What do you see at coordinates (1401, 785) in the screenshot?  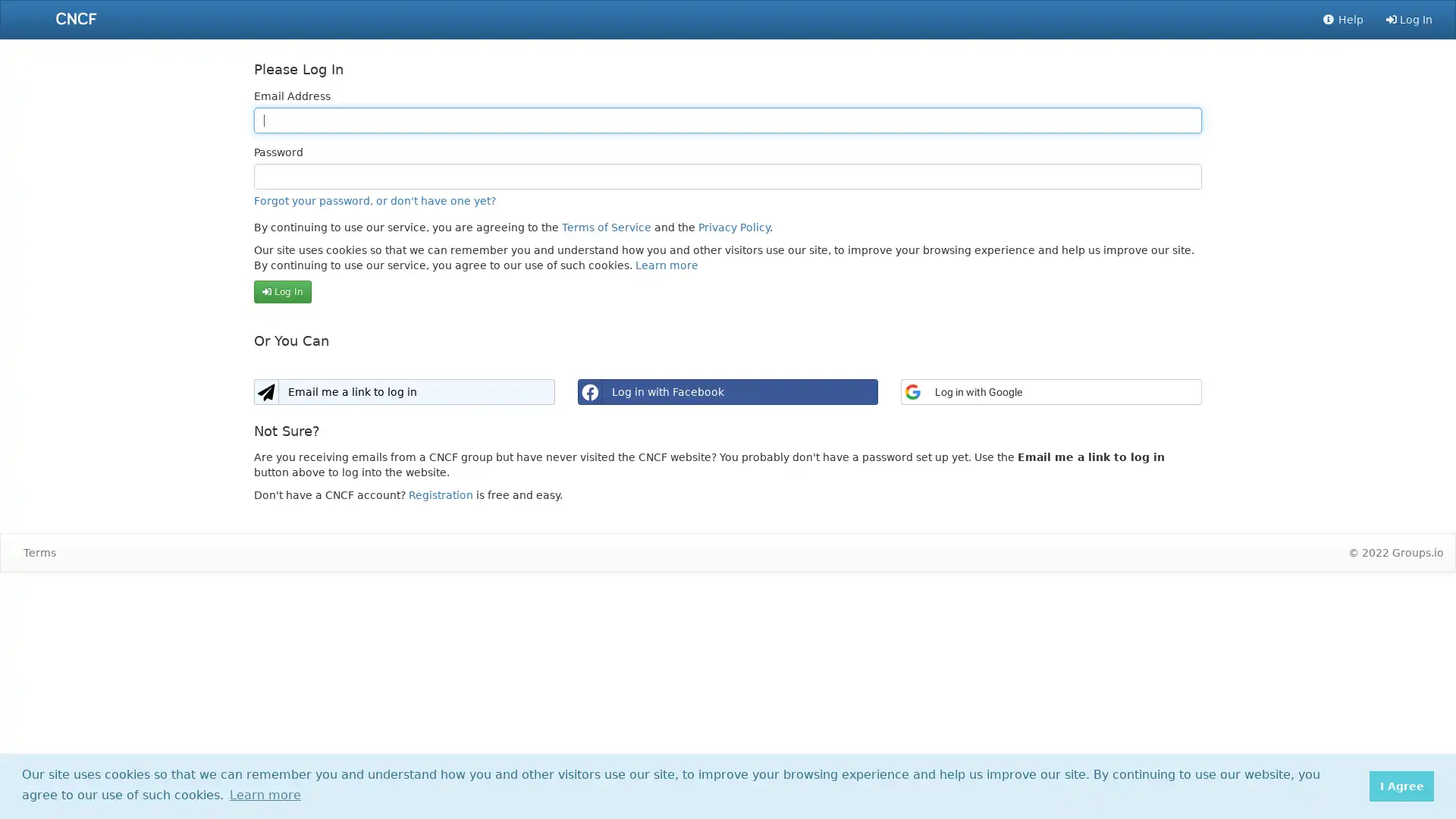 I see `dismiss cookie message` at bounding box center [1401, 785].